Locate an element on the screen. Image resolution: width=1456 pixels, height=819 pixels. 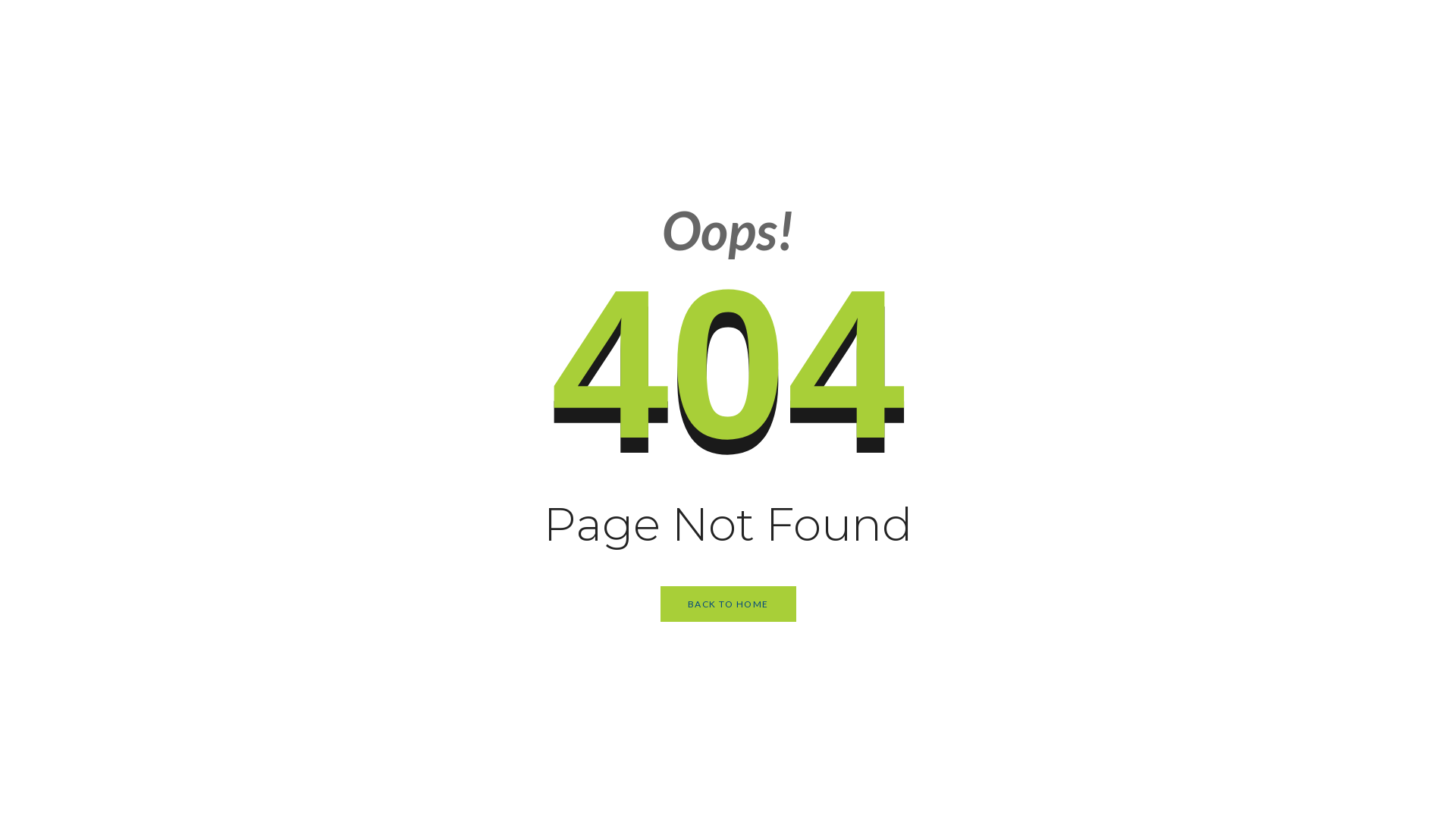
'BACK TO HOME' is located at coordinates (726, 602).